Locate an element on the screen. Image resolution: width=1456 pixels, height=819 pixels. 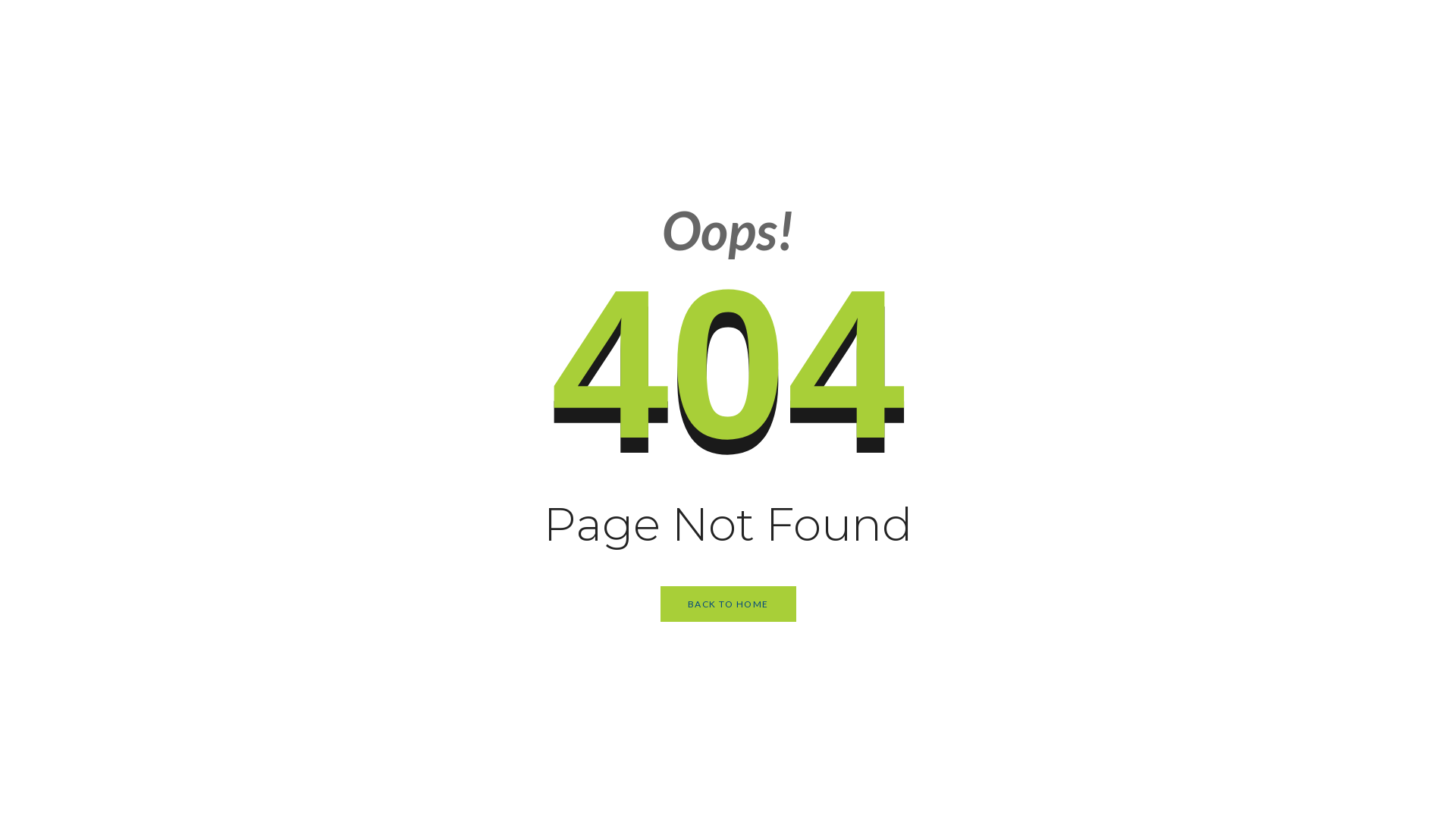
'BACK TO HOME' is located at coordinates (726, 602).